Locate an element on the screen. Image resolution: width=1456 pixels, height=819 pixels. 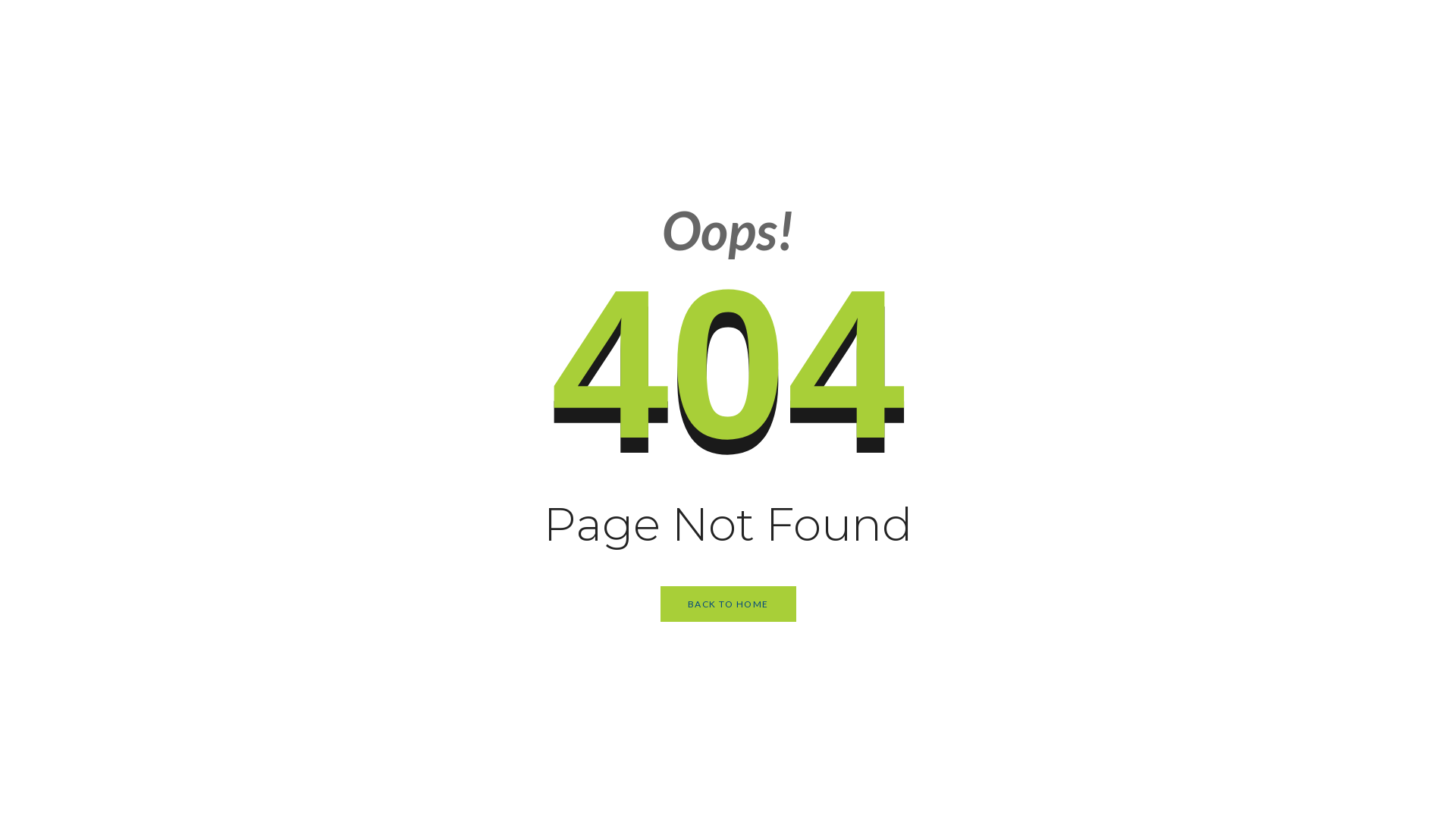
'BACK TO HOME' is located at coordinates (726, 602).